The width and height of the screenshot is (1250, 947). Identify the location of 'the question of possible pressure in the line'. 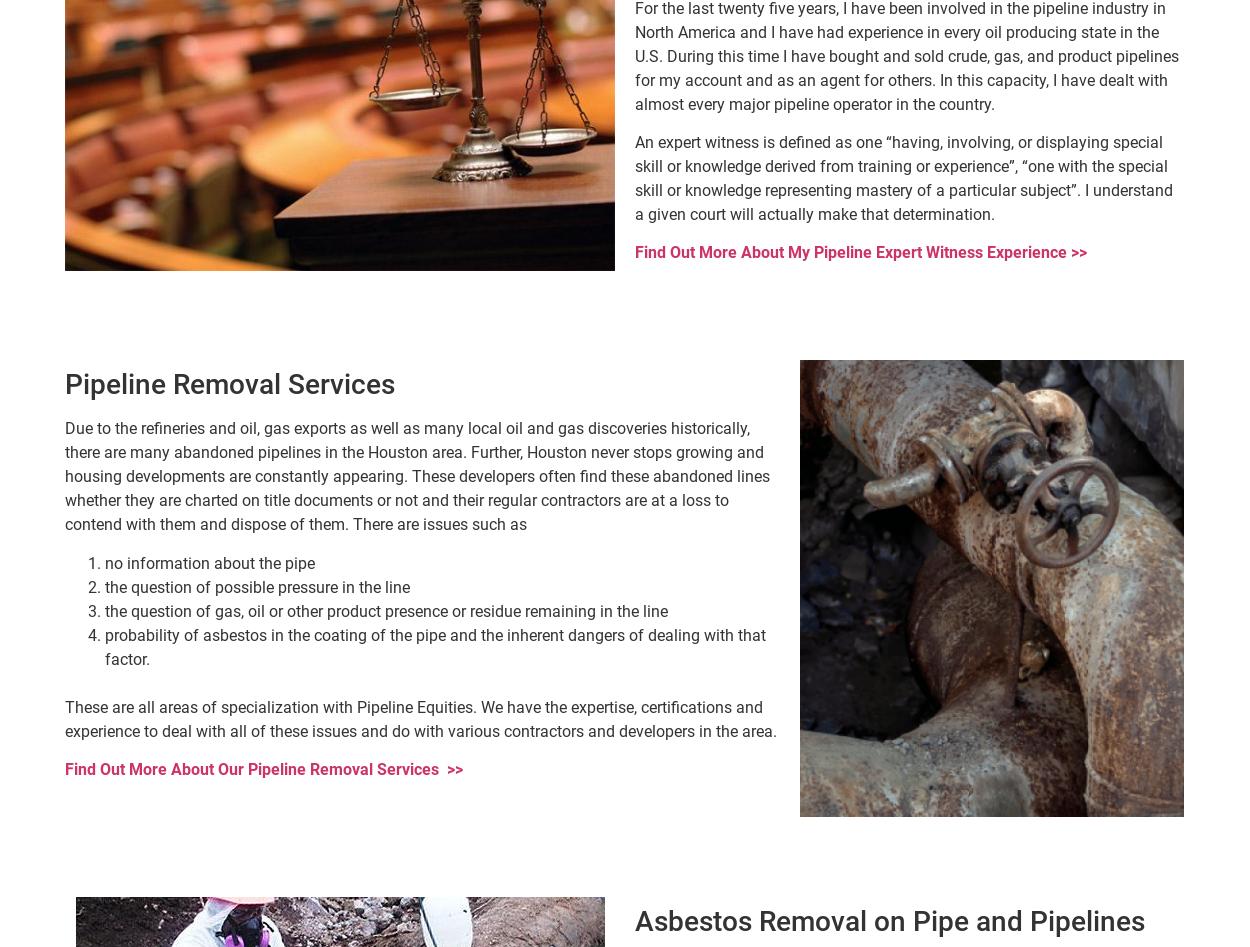
(257, 586).